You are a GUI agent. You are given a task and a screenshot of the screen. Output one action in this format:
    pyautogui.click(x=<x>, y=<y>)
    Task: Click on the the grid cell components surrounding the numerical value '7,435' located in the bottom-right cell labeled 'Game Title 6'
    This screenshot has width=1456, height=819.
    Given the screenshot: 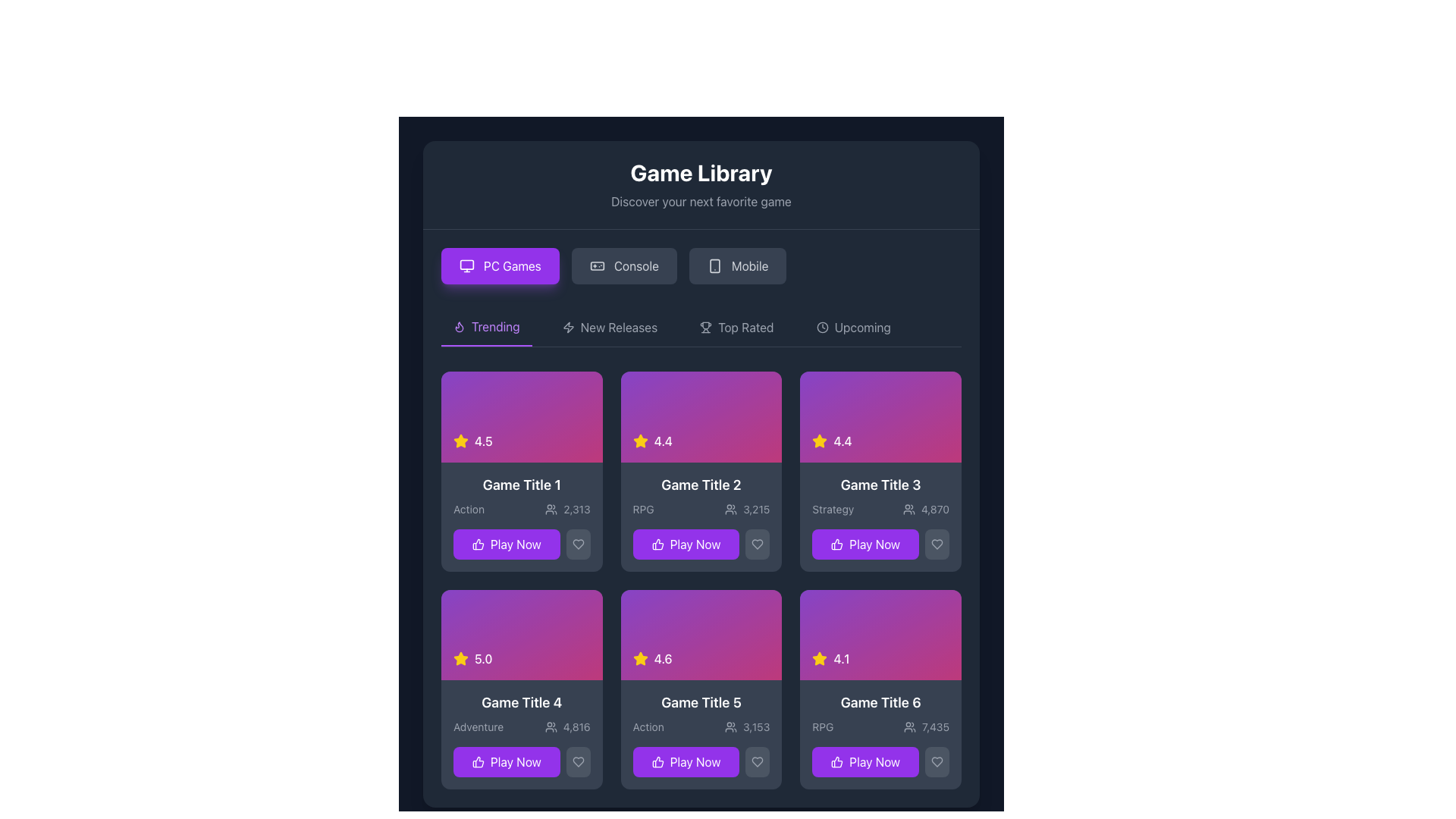 What is the action you would take?
    pyautogui.click(x=926, y=726)
    